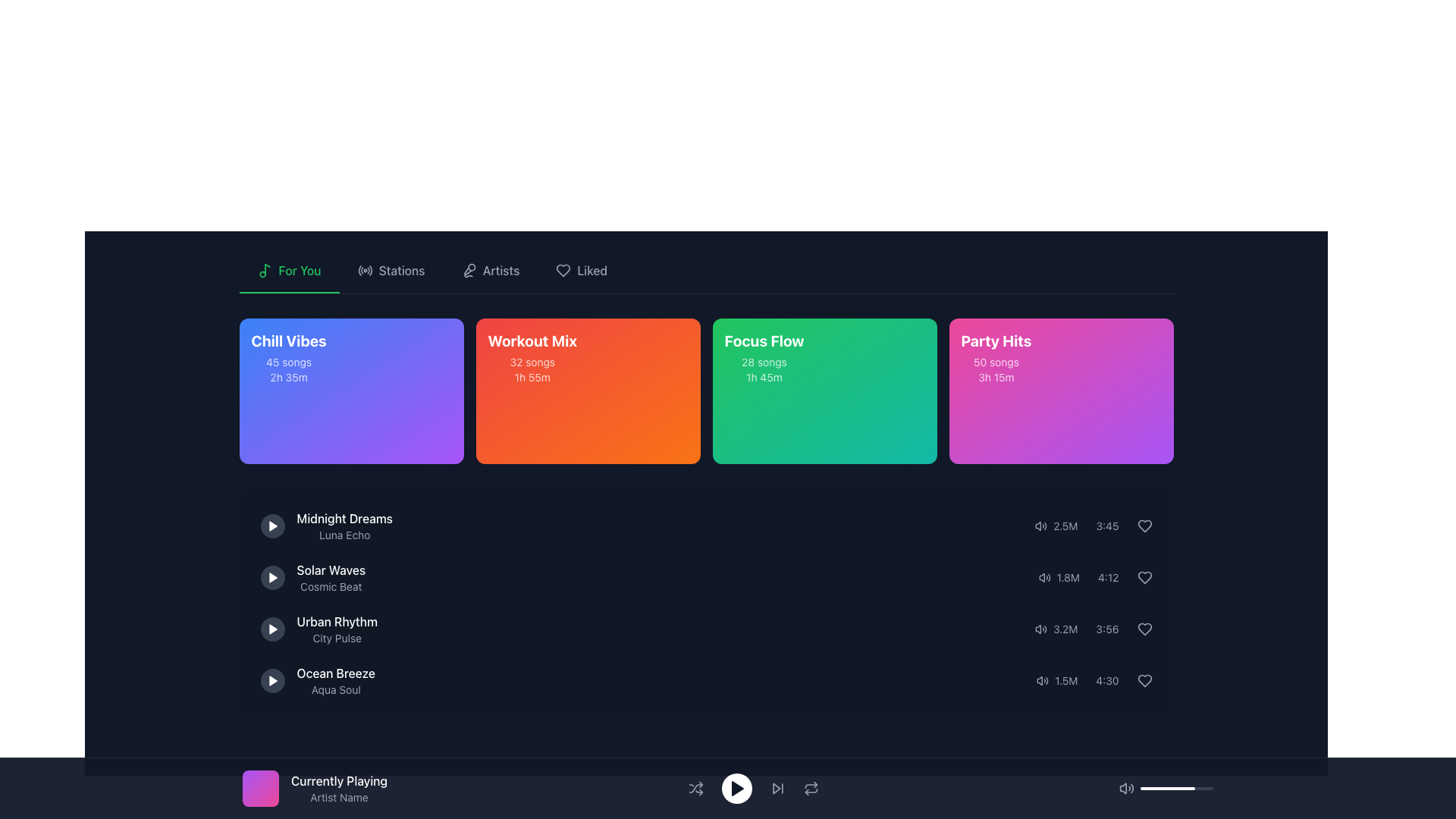 Image resolution: width=1456 pixels, height=819 pixels. What do you see at coordinates (336, 638) in the screenshot?
I see `text label that serves as a description for the item labeled 'Urban Rhythm', which is positioned immediately below the 'Urban Rhythm' text in a vertical list of song items` at bounding box center [336, 638].